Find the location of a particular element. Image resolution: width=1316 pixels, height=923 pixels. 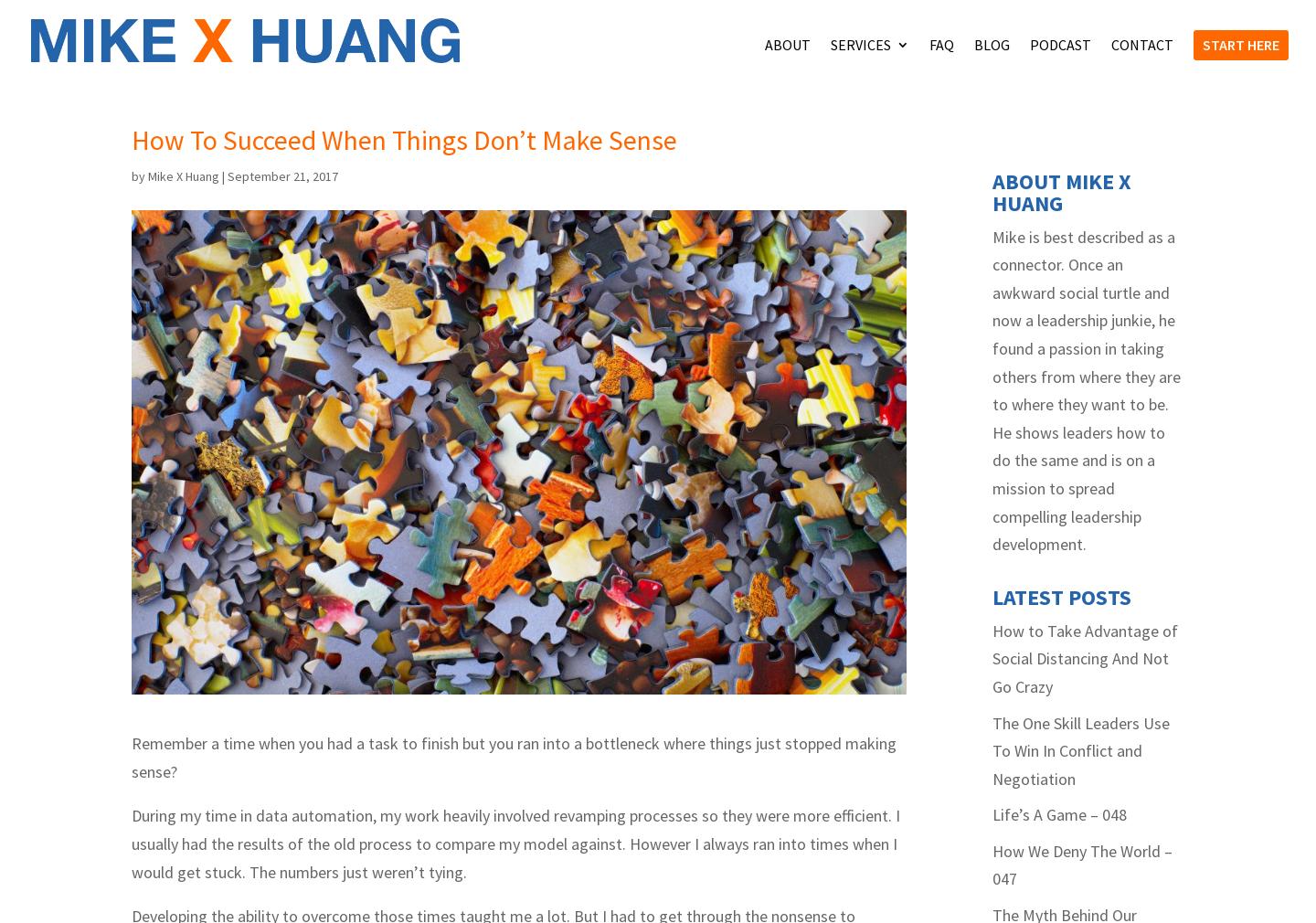

'Mike X Huang' is located at coordinates (184, 175).